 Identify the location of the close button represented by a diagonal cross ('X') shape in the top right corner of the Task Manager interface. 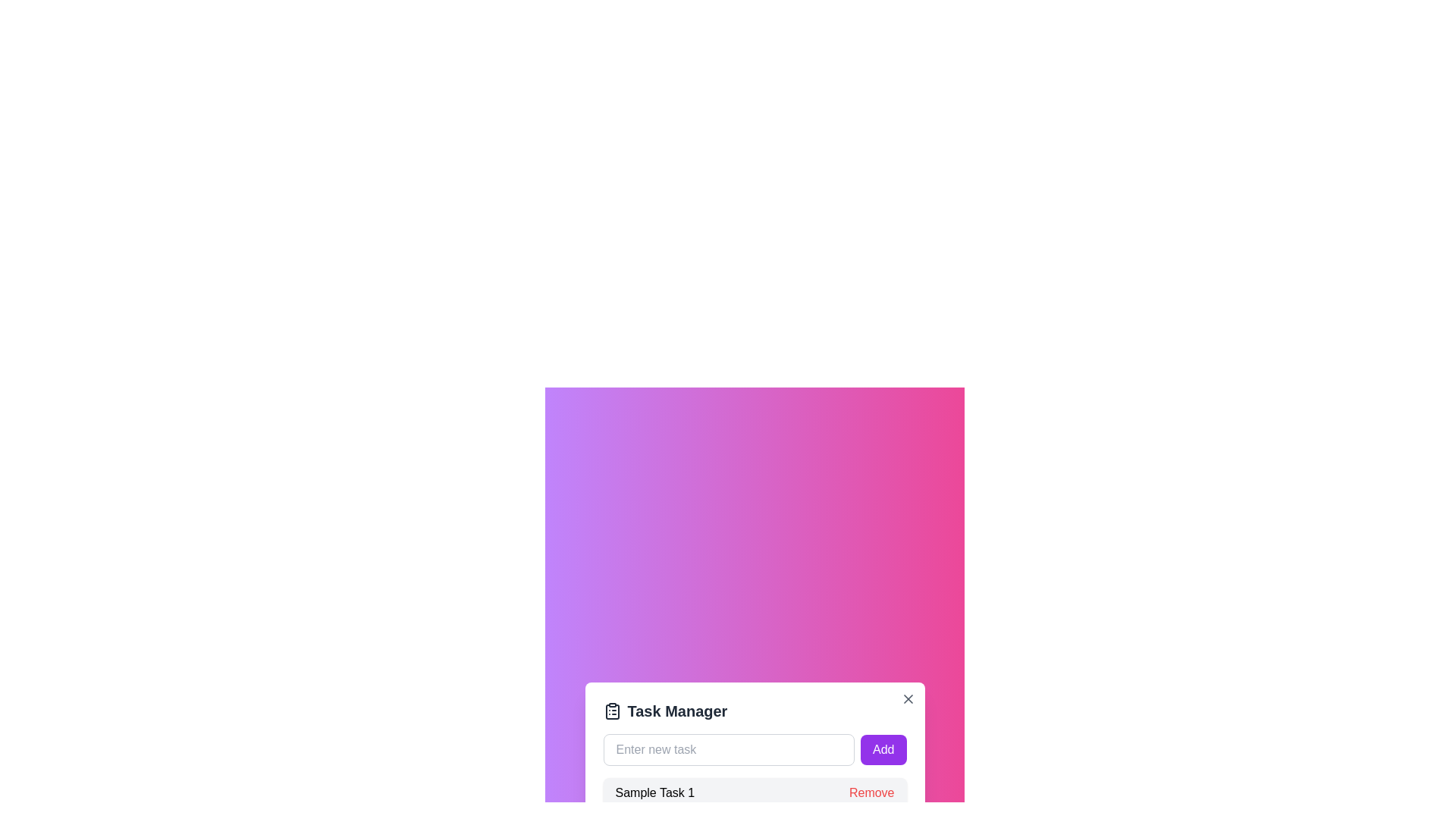
(908, 698).